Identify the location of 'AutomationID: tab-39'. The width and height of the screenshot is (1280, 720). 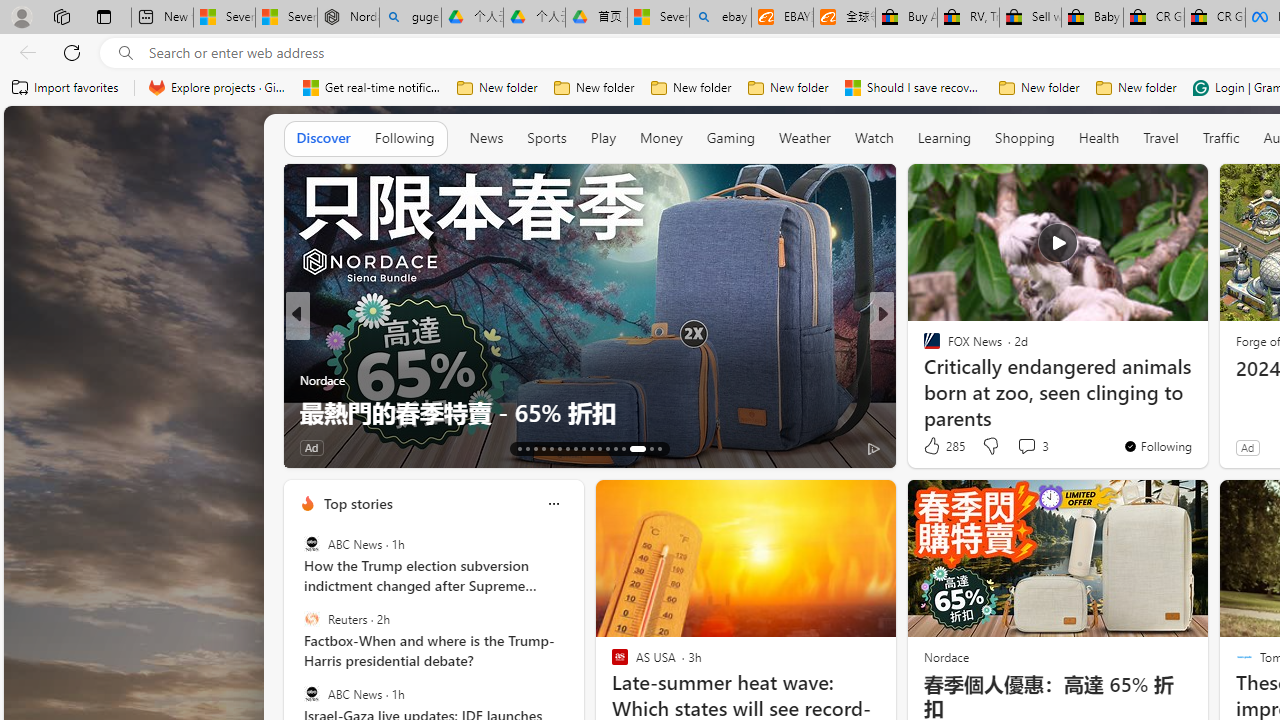
(623, 447).